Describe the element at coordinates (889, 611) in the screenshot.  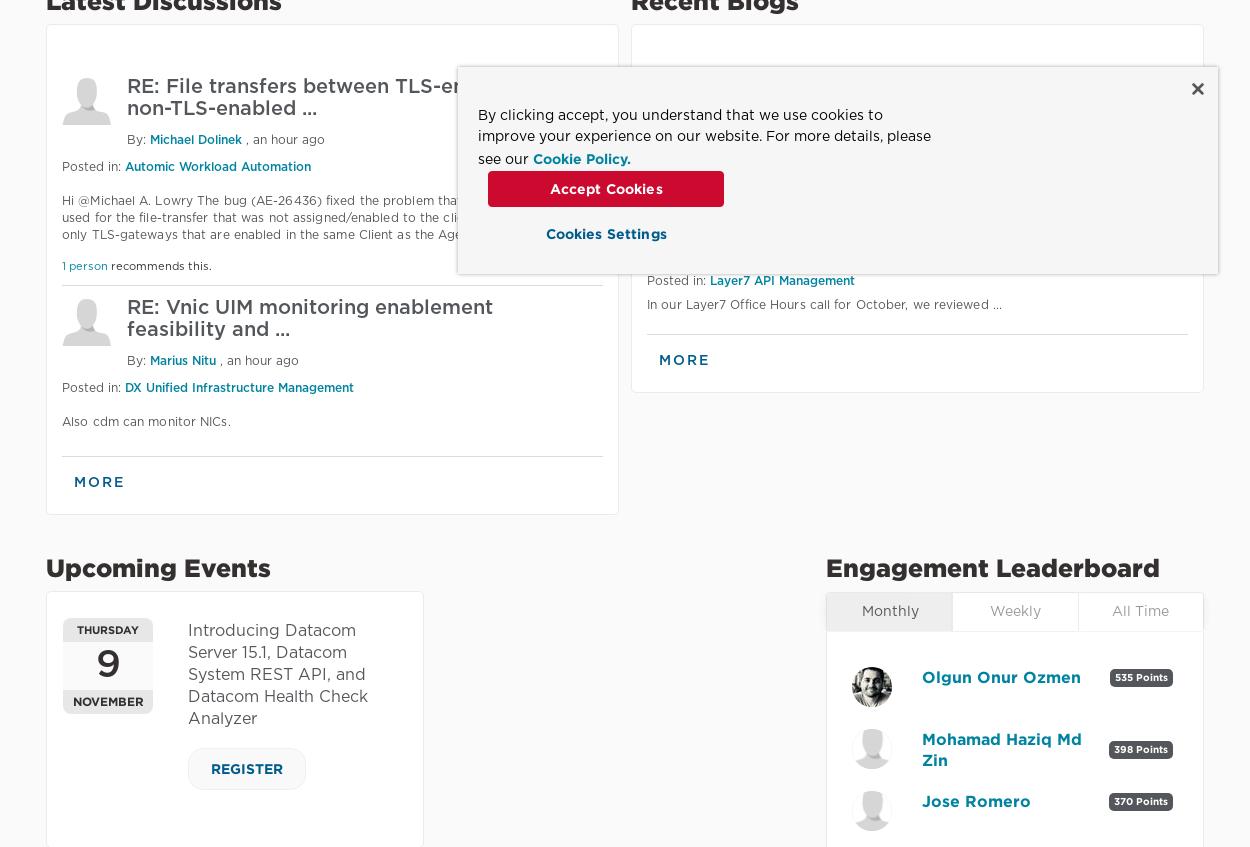
I see `'Monthly'` at that location.